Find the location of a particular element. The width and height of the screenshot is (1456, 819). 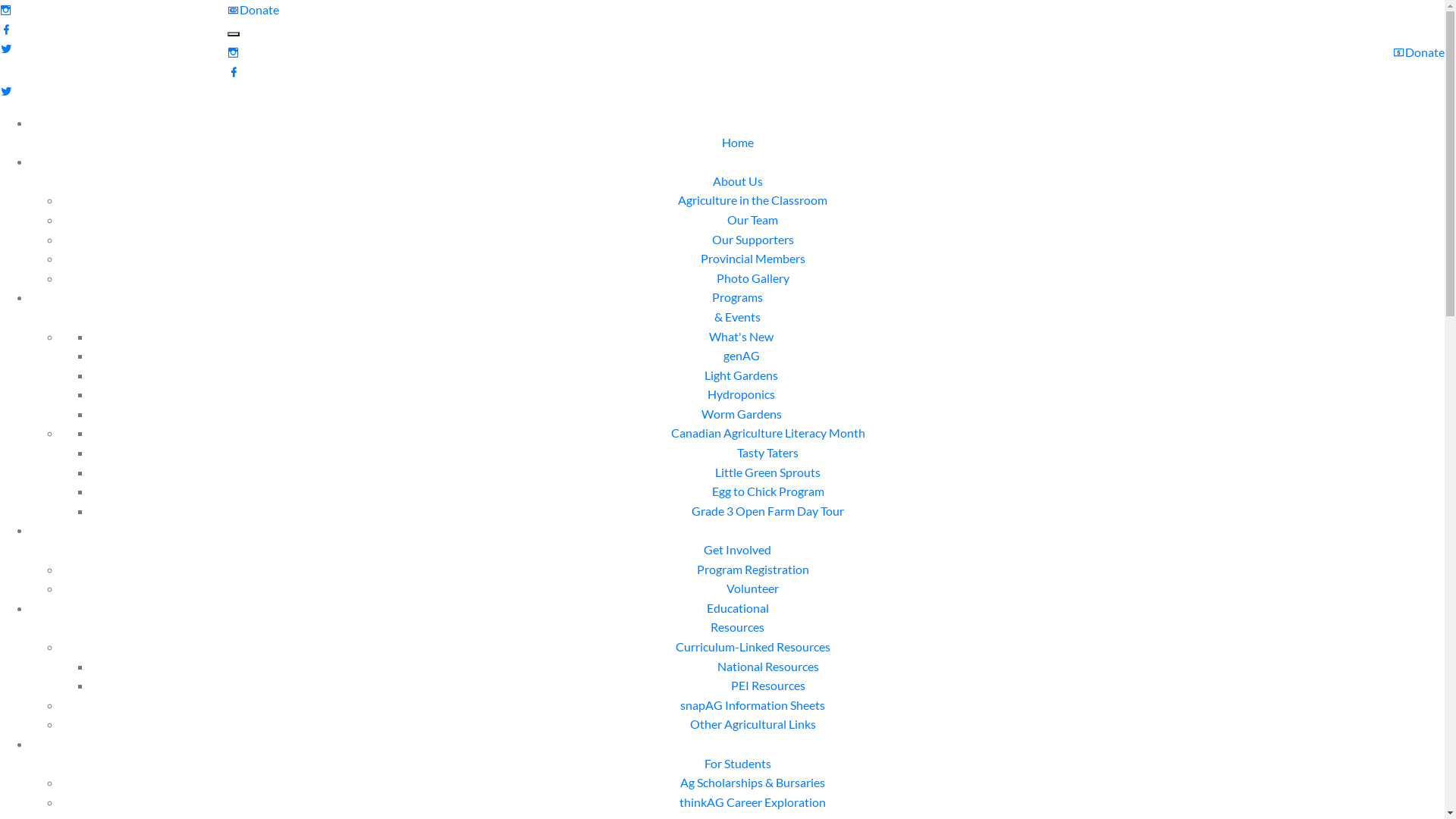

'Educational is located at coordinates (705, 617).